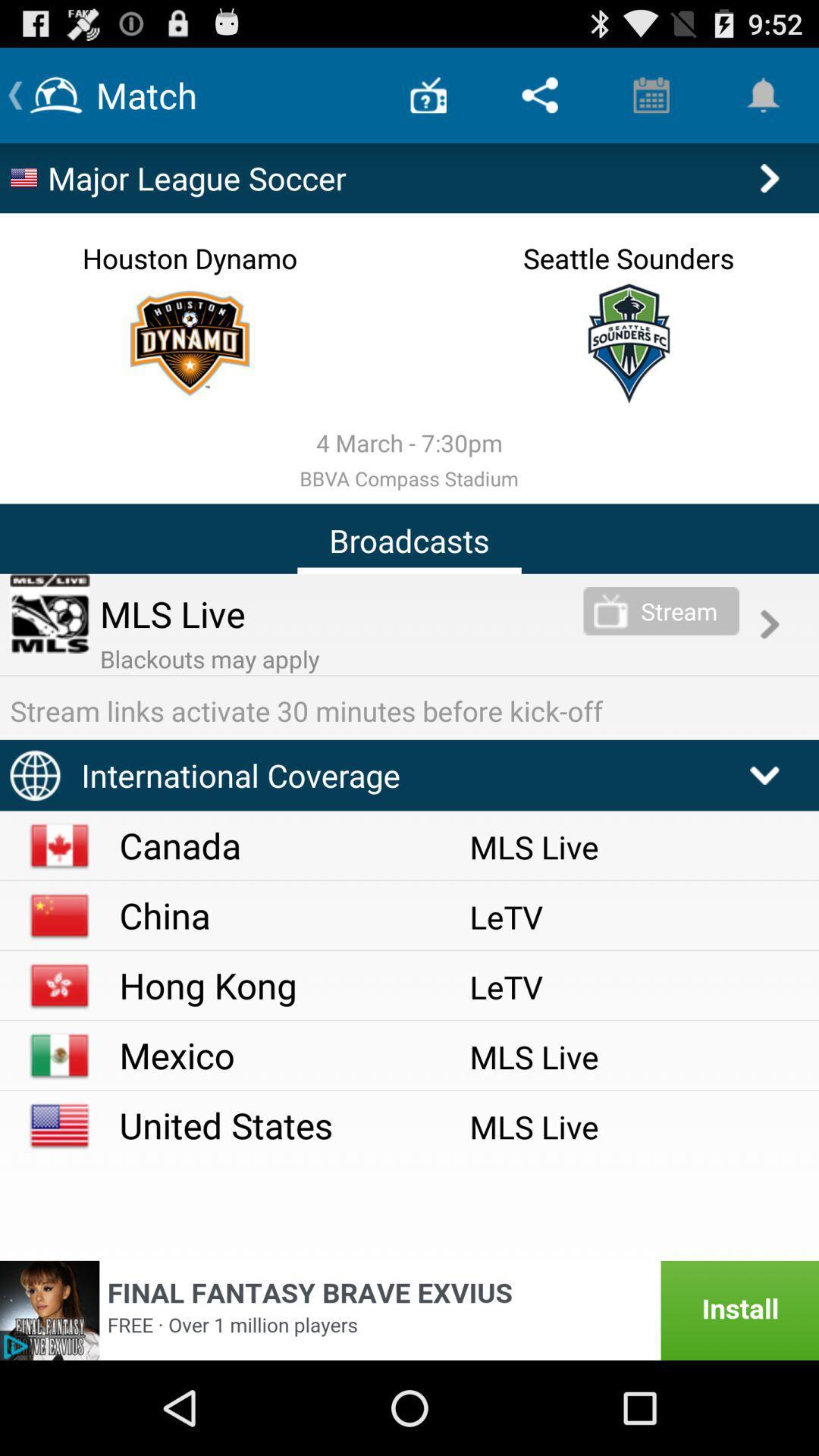 Image resolution: width=819 pixels, height=1456 pixels. Describe the element at coordinates (428, 94) in the screenshot. I see `icon to the right of the match app` at that location.